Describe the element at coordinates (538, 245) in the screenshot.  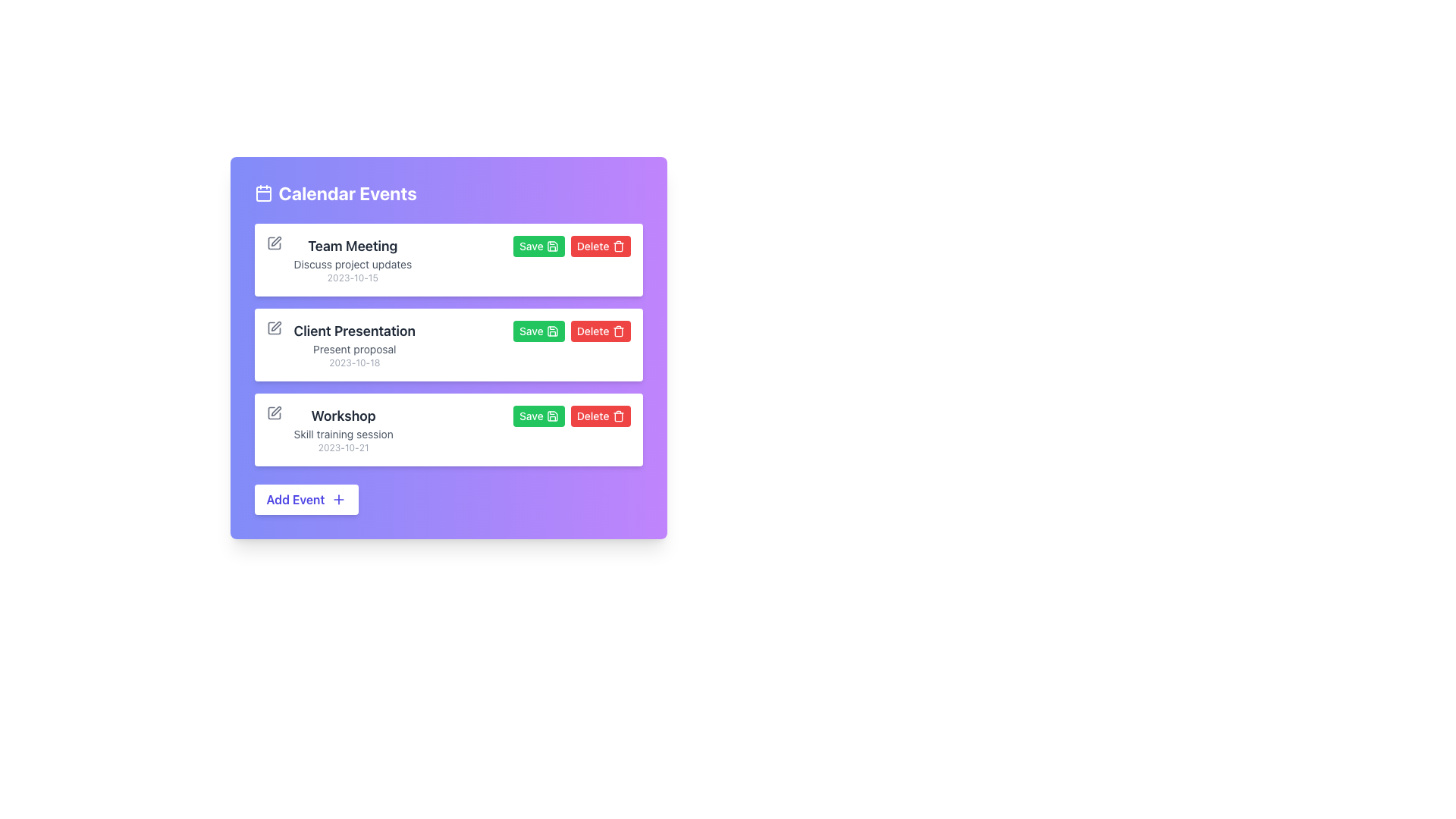
I see `the 'Save' button, which is a rectangular button with a green background, rounded corners, and labeled in bold white text` at that location.